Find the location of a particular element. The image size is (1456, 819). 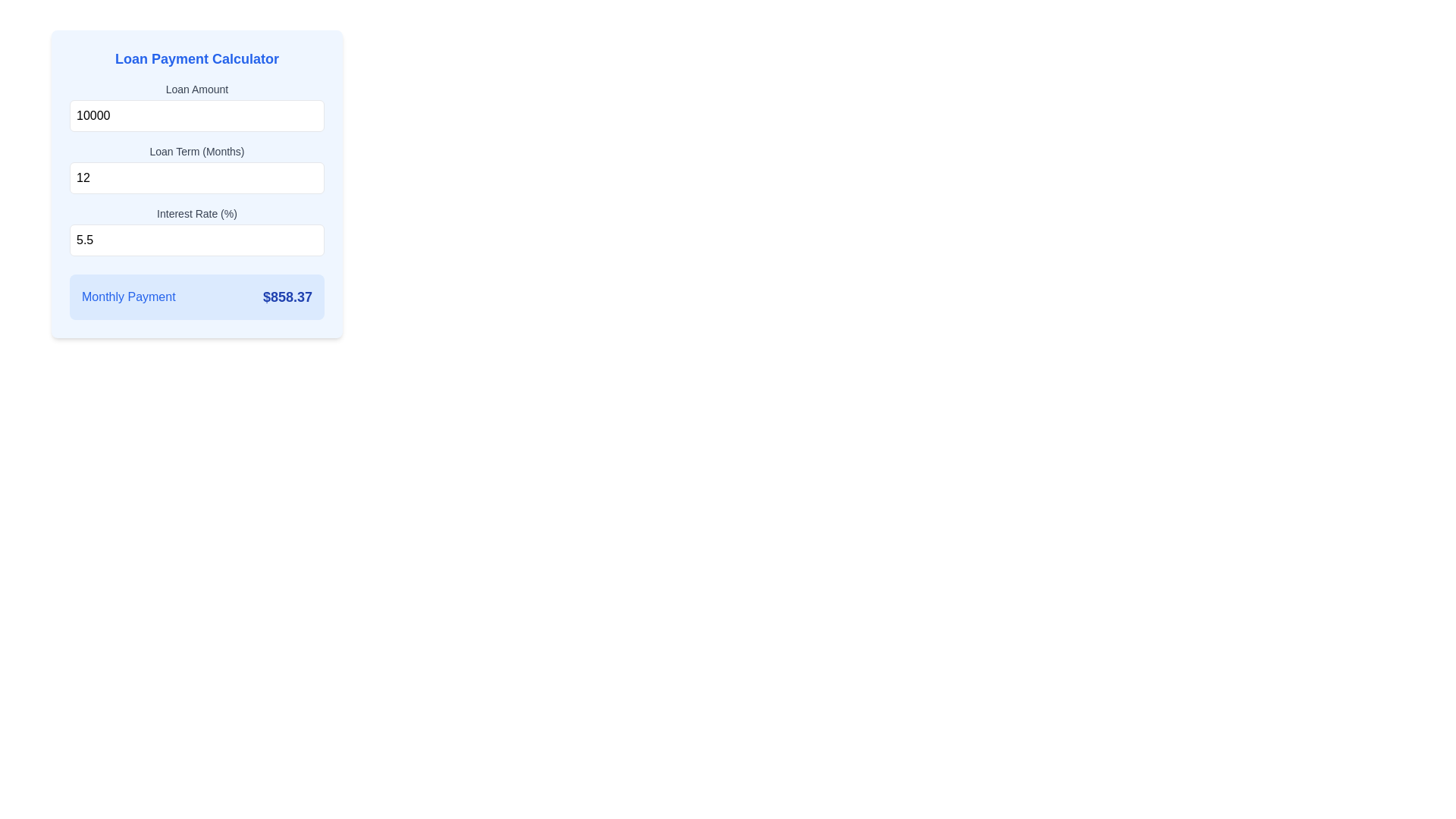

the text label indicating the loan amount input field in the 'Loan Payment Calculator' form is located at coordinates (196, 89).